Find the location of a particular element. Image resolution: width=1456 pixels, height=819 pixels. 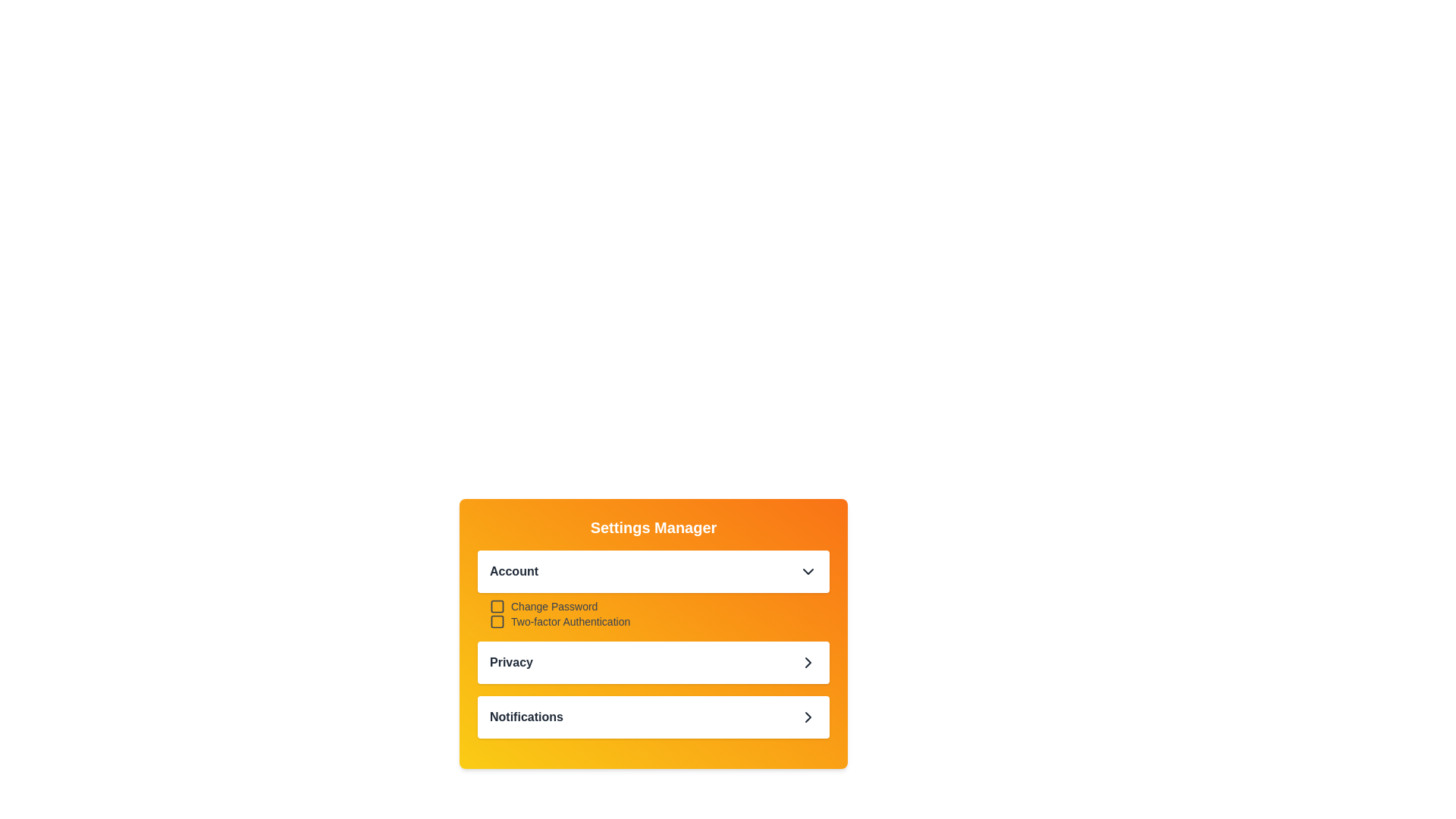

the 'Privacy' label located in the second row of options within the 'Settings Manager' section, positioned between 'Account' and 'Notifications' is located at coordinates (511, 662).